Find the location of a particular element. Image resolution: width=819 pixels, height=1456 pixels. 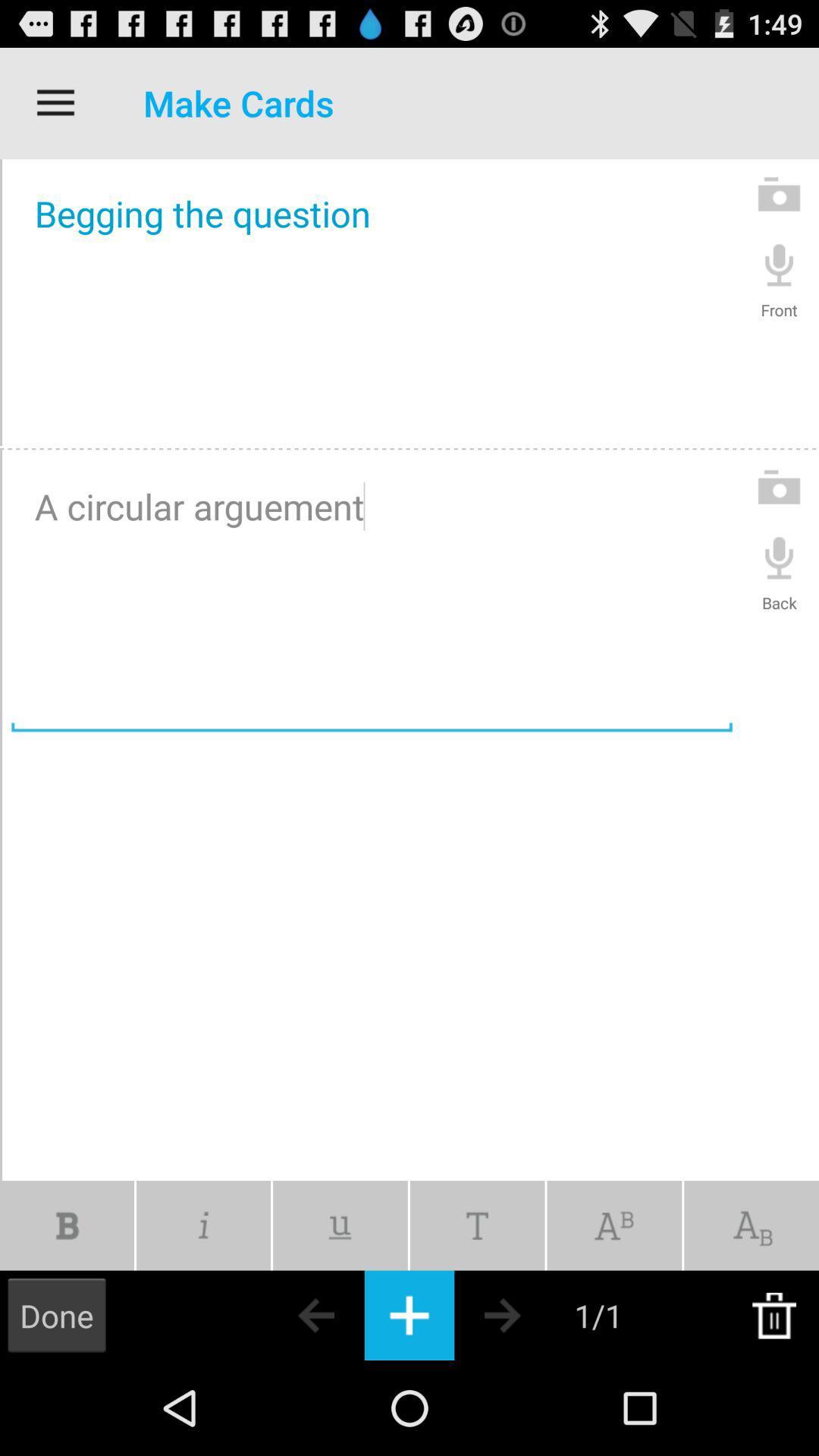

icon below a circular arguement is located at coordinates (202, 1225).